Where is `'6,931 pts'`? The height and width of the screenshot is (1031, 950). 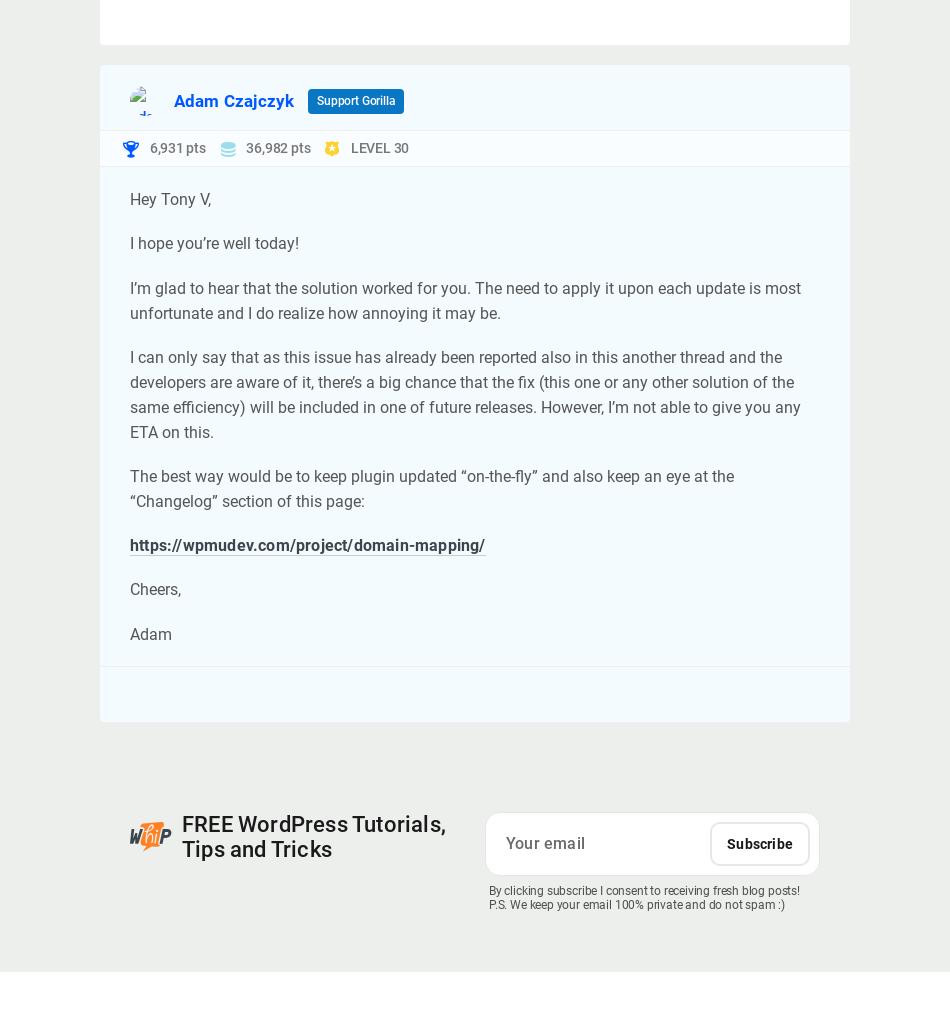
'6,931 pts' is located at coordinates (176, 146).